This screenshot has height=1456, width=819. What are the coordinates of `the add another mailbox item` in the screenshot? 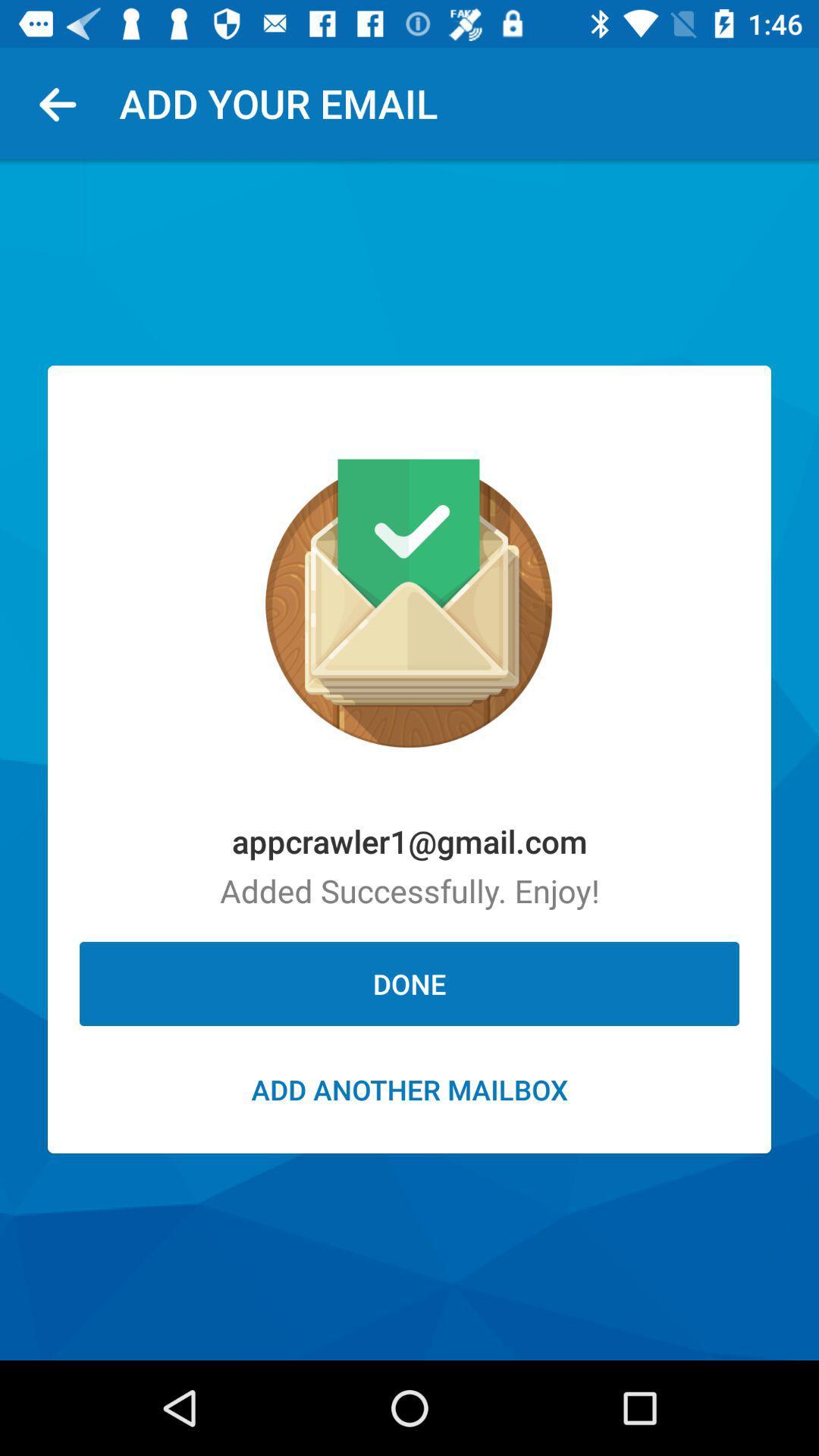 It's located at (409, 1088).